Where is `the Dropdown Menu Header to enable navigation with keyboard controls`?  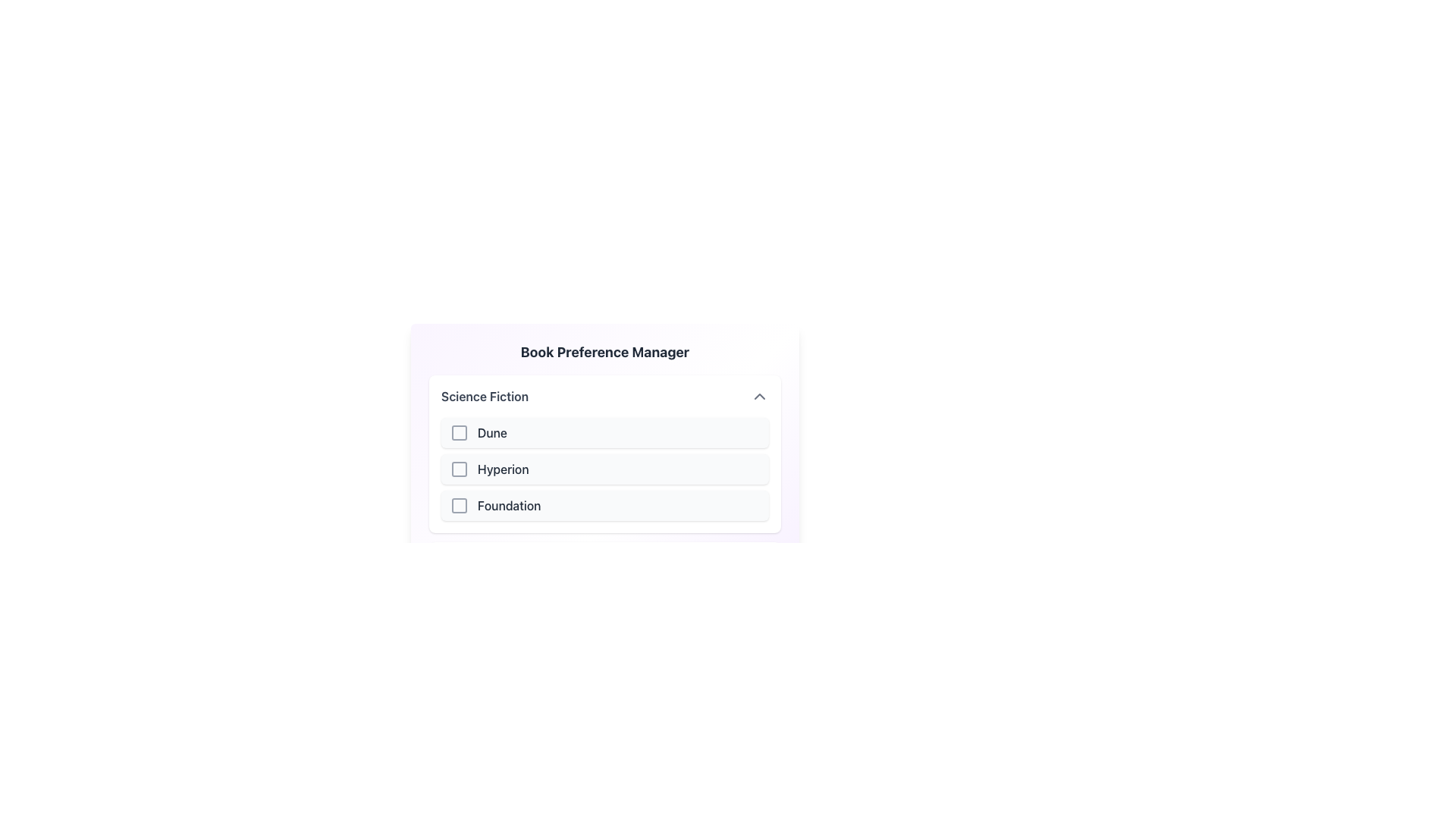
the Dropdown Menu Header to enable navigation with keyboard controls is located at coordinates (604, 396).